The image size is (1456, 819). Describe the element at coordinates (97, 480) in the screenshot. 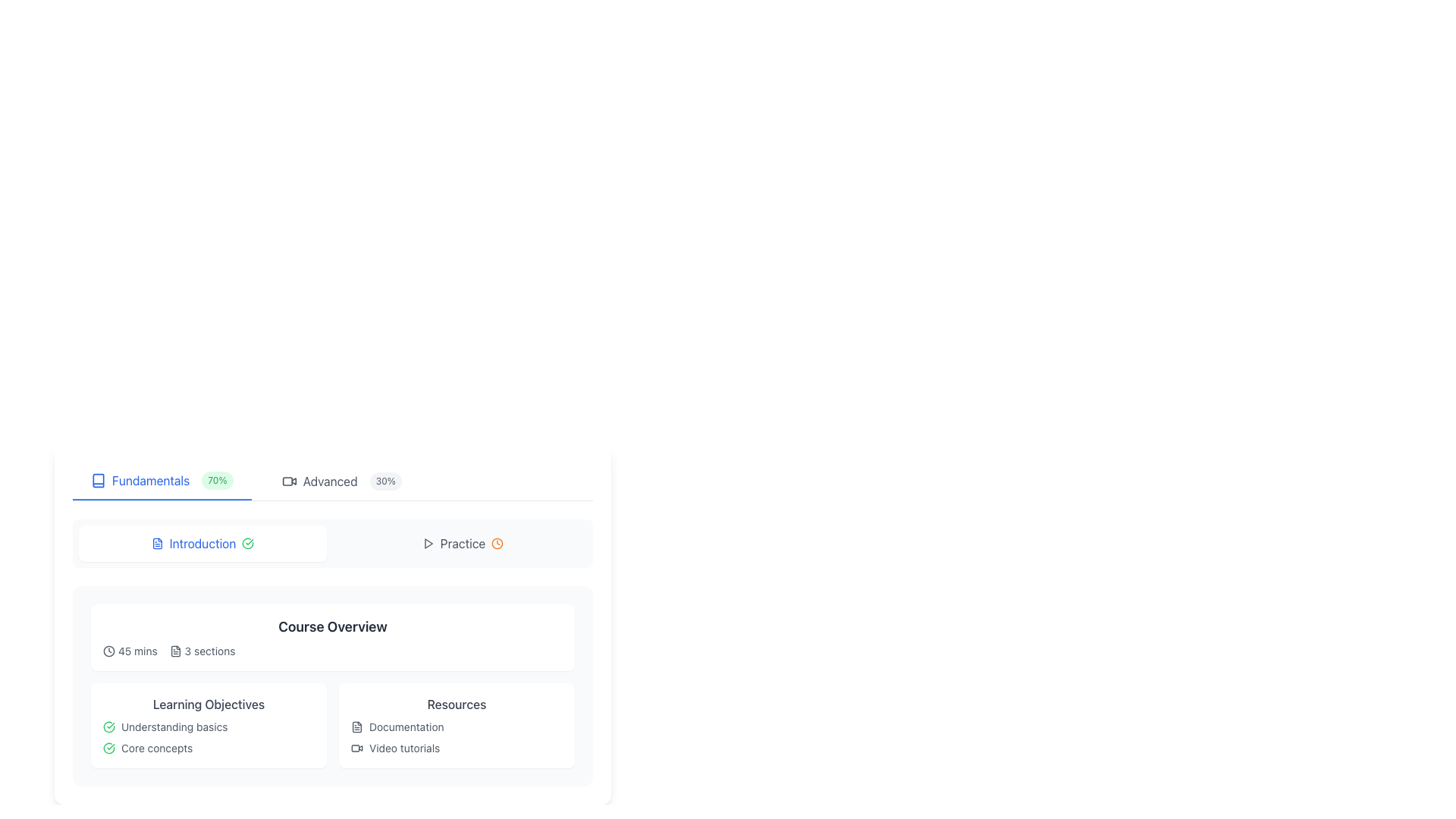

I see `the small red stylized book icon located next to the 'Fundamentals' text label for additional information` at that location.